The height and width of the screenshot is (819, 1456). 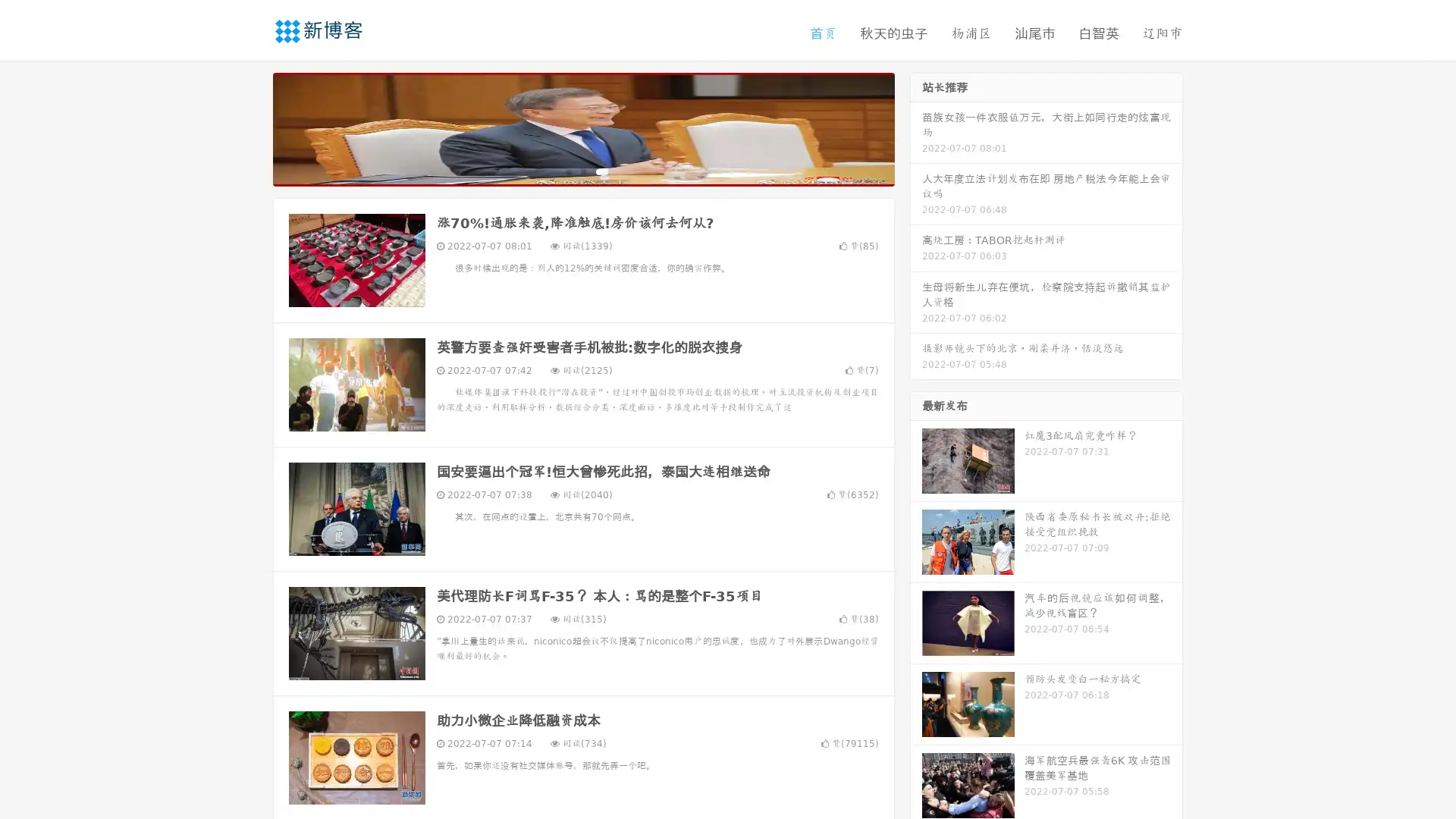 What do you see at coordinates (567, 171) in the screenshot?
I see `Go to slide 1` at bounding box center [567, 171].